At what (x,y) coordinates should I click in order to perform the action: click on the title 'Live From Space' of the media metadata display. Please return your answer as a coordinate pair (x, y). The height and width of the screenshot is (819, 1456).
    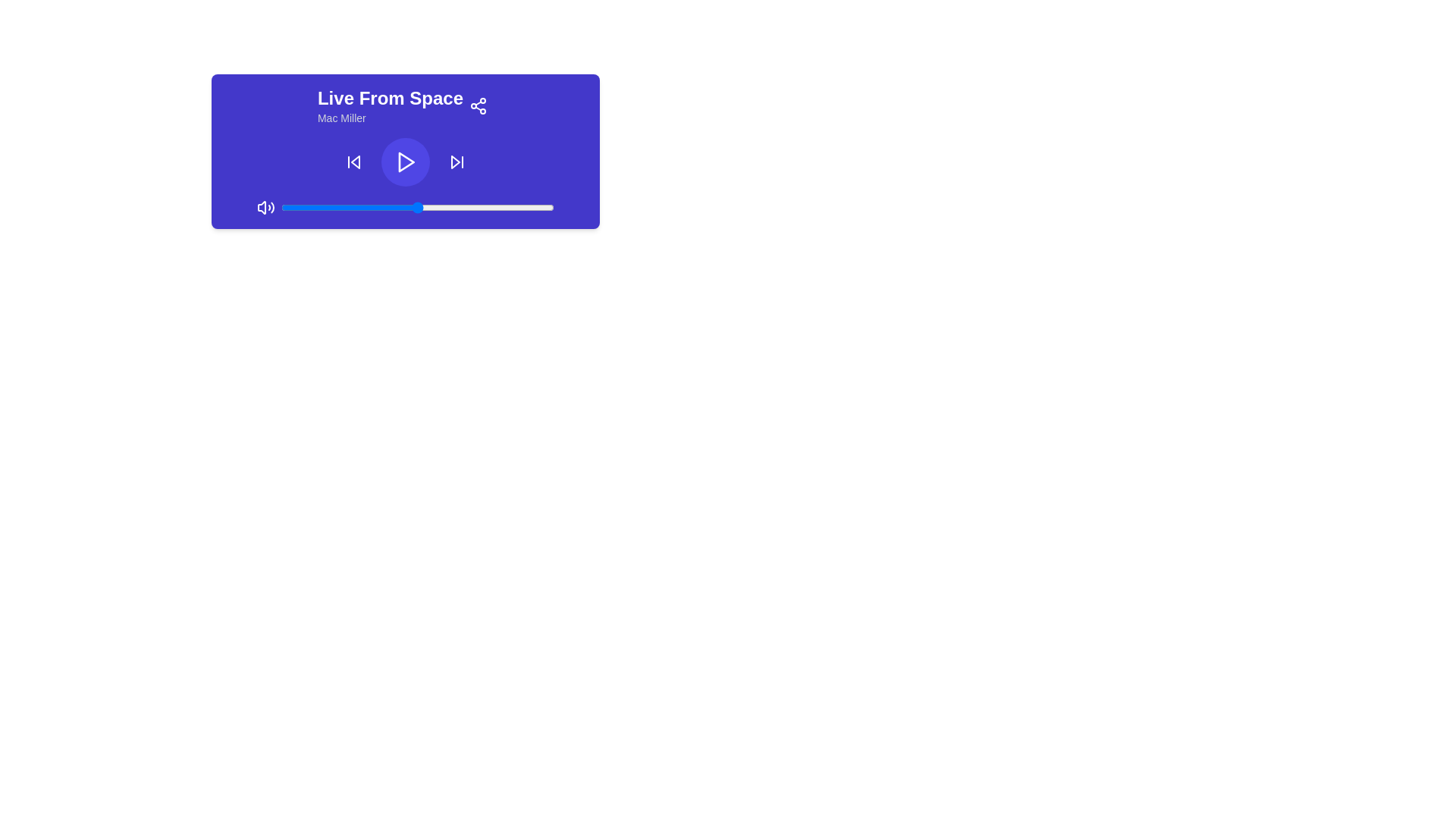
    Looking at the image, I should click on (405, 105).